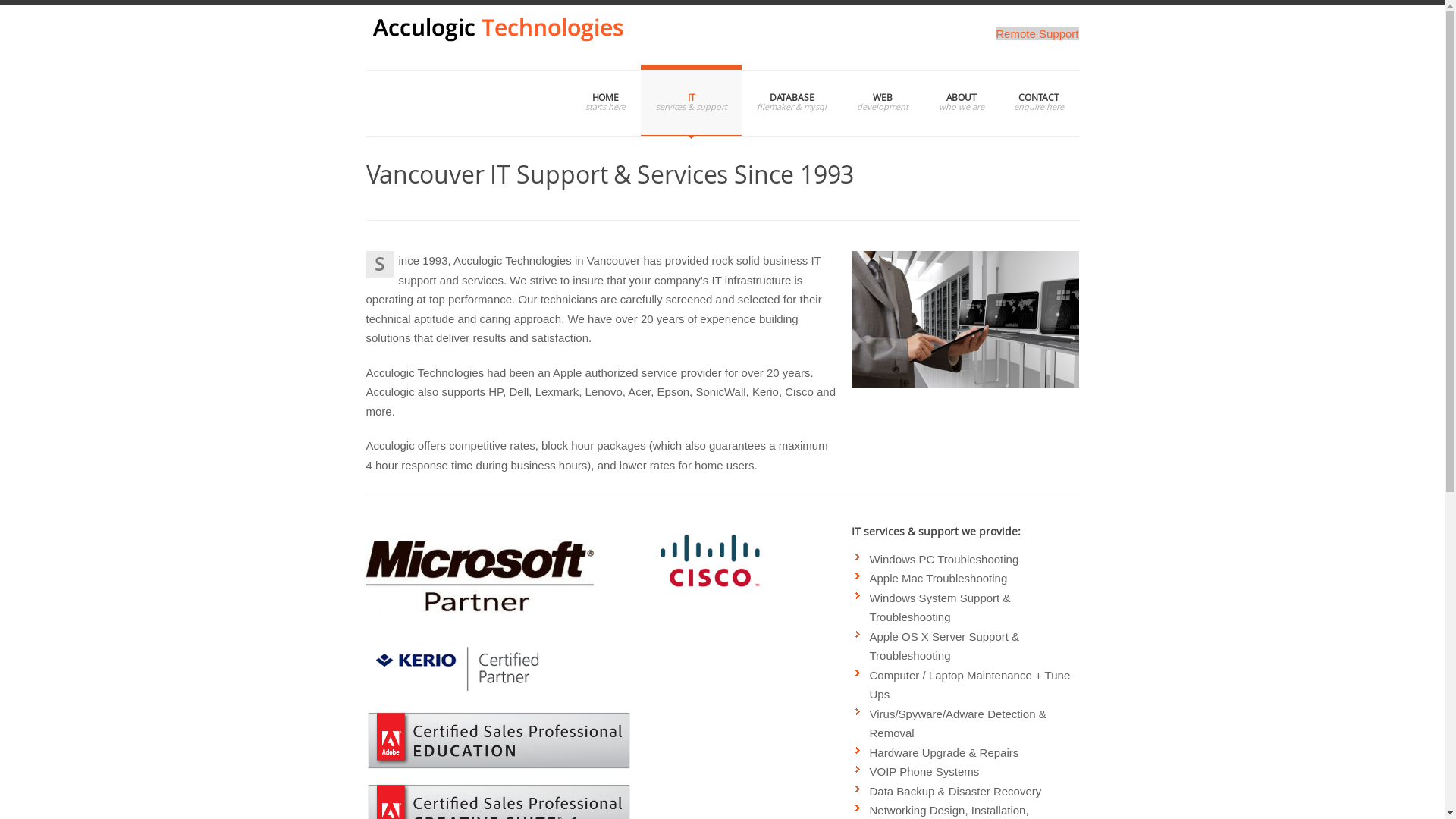 Image resolution: width=1456 pixels, height=819 pixels. Describe the element at coordinates (570, 100) in the screenshot. I see `'HOME'` at that location.